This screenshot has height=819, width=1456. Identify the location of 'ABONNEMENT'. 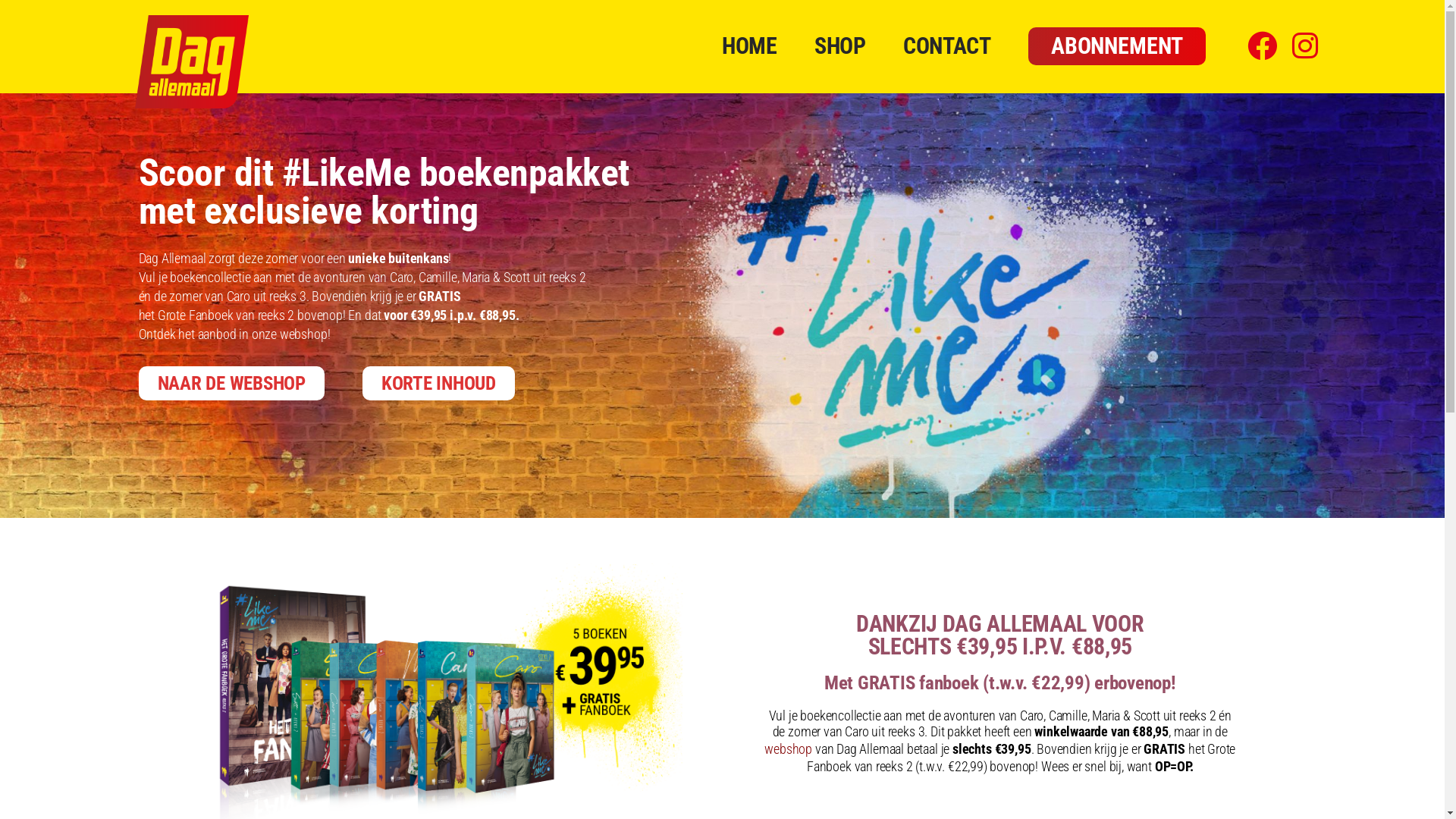
(1117, 45).